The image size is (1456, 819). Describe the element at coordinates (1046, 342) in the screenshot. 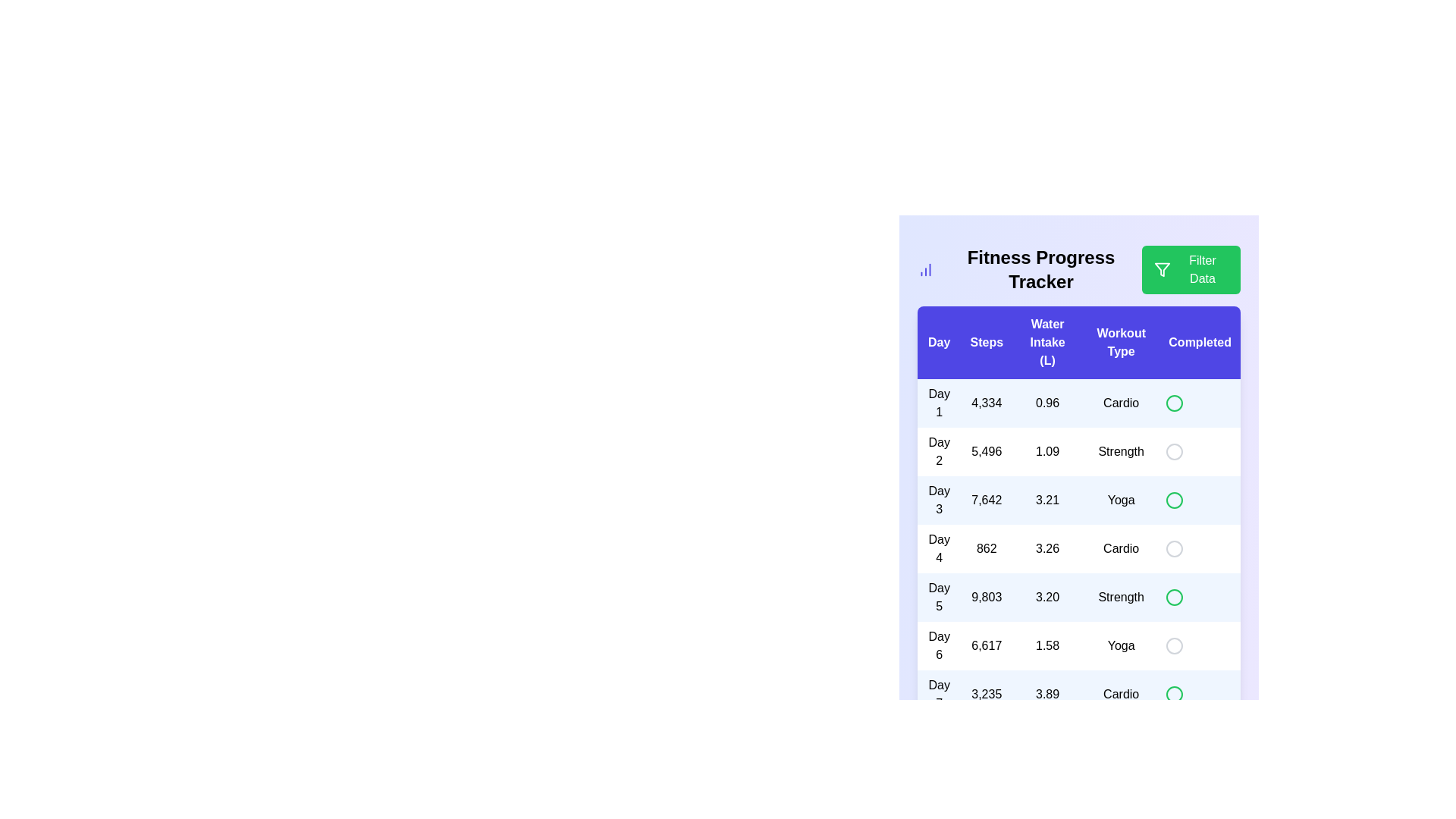

I see `the header of the column 'Water Intake (L)' to sort the table by that column` at that location.